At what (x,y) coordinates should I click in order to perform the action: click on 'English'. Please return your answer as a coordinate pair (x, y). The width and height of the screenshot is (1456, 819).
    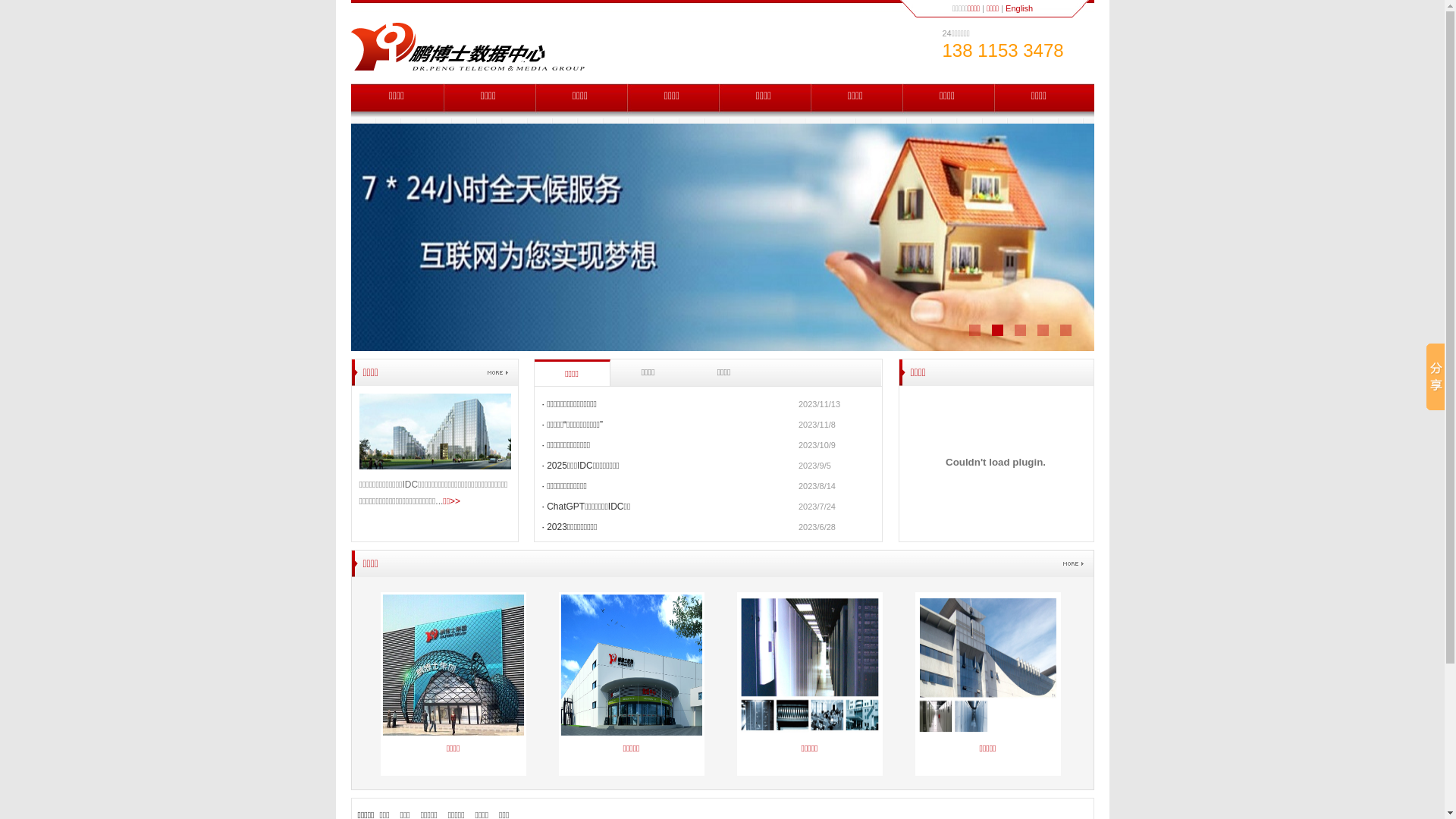
    Looking at the image, I should click on (1019, 8).